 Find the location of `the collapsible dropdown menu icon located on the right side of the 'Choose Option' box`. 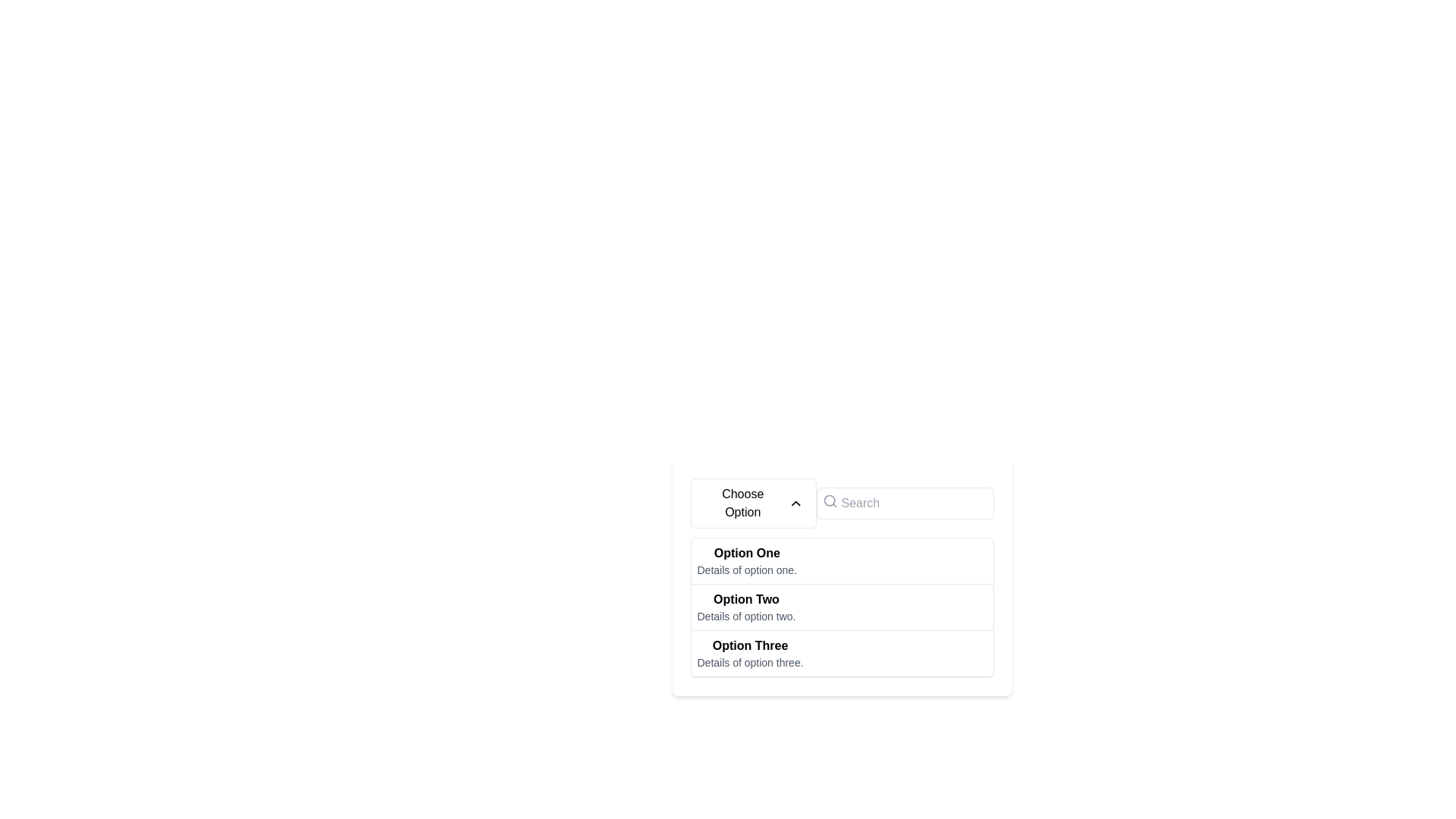

the collapsible dropdown menu icon located on the right side of the 'Choose Option' box is located at coordinates (795, 503).